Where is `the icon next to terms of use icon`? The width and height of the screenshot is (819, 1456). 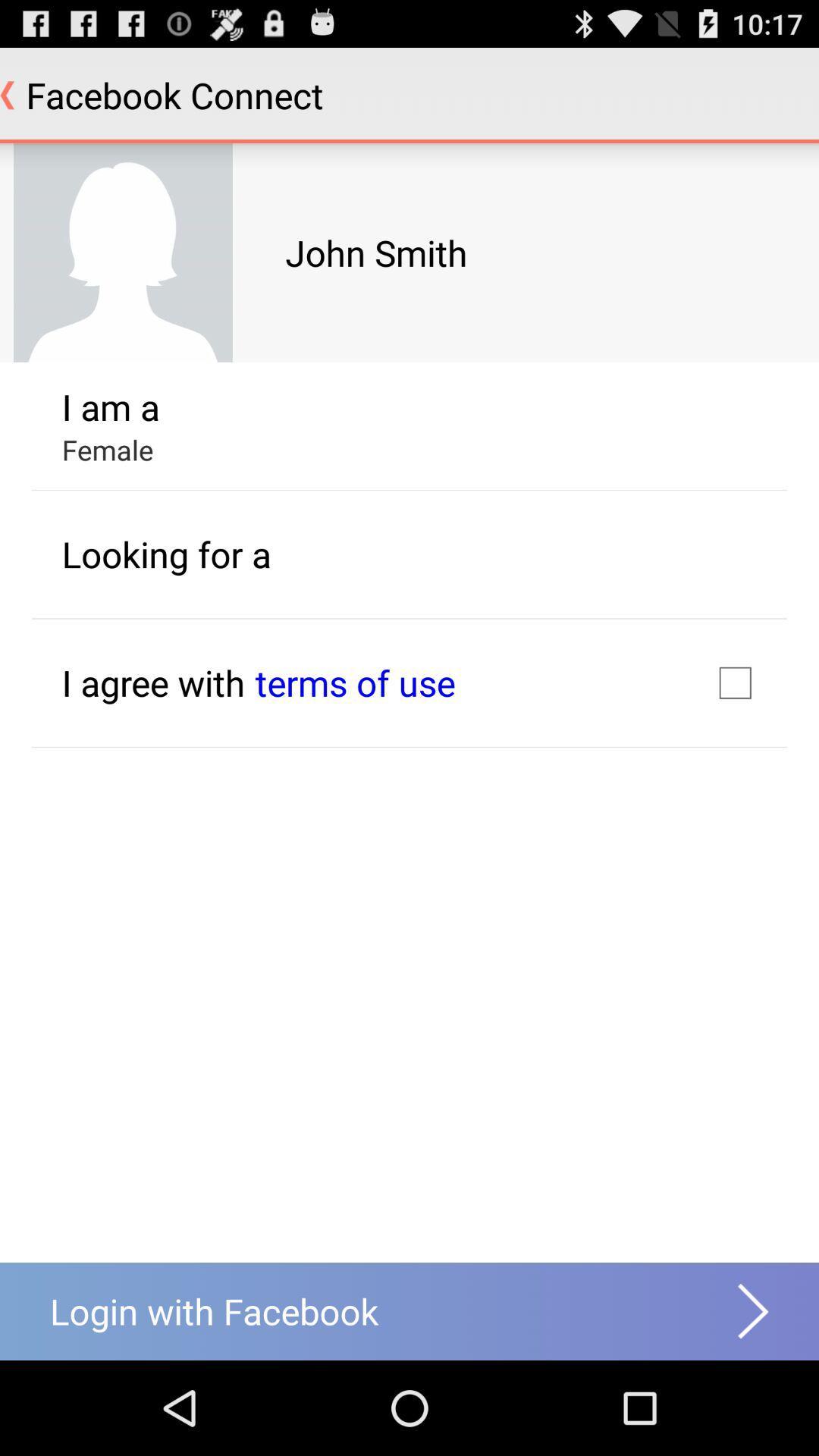
the icon next to terms of use icon is located at coordinates (734, 682).